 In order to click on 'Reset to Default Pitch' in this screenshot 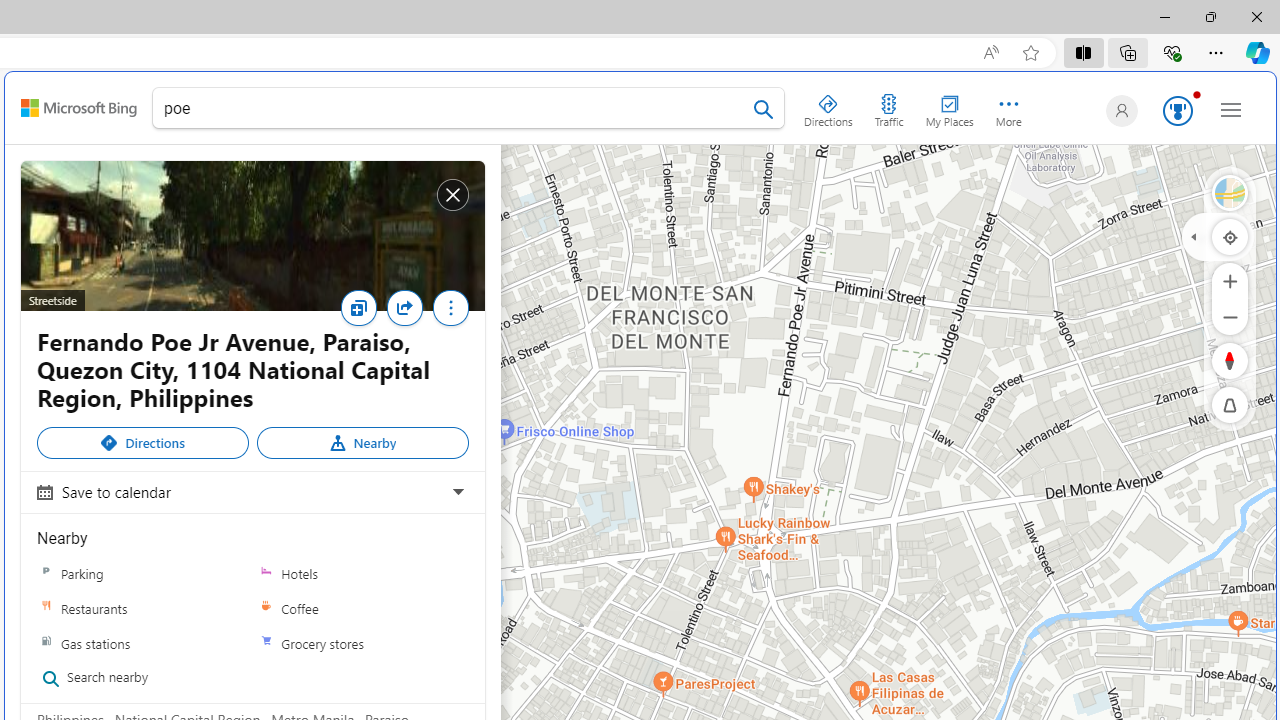, I will do `click(1229, 405)`.